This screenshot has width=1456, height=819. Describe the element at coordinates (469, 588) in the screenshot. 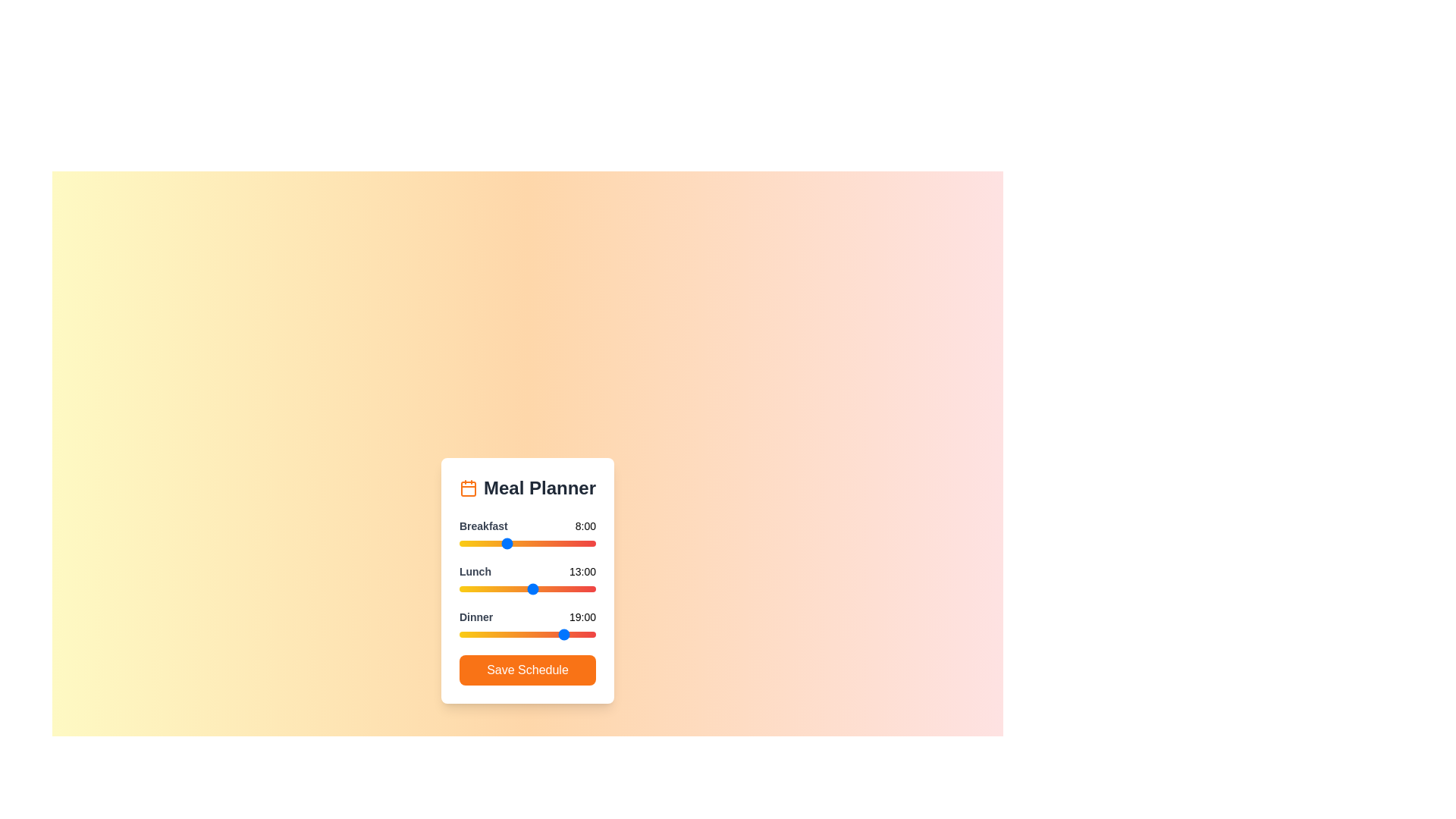

I see `the 1 slider to 2` at that location.